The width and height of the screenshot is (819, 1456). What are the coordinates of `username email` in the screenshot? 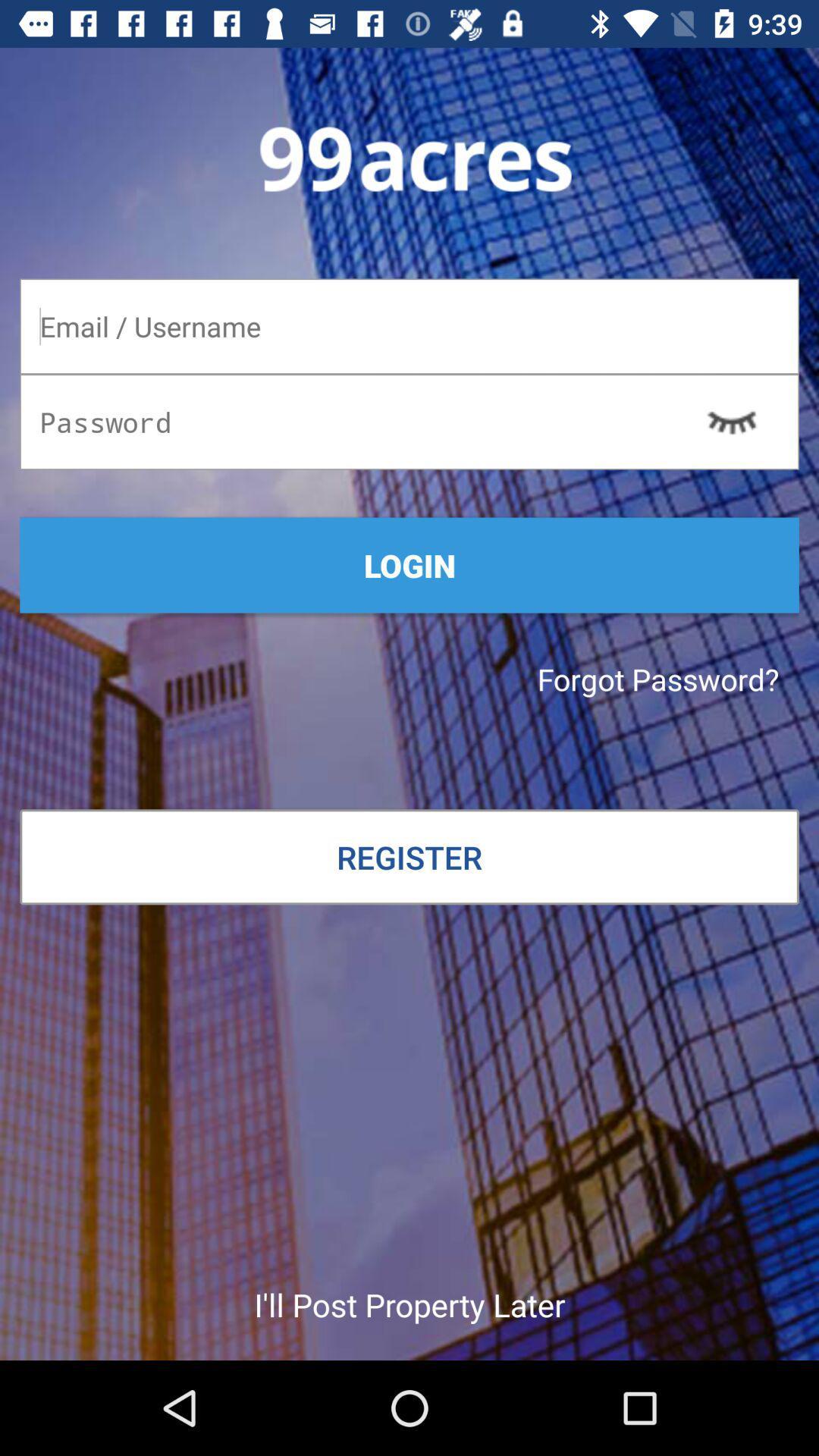 It's located at (409, 325).